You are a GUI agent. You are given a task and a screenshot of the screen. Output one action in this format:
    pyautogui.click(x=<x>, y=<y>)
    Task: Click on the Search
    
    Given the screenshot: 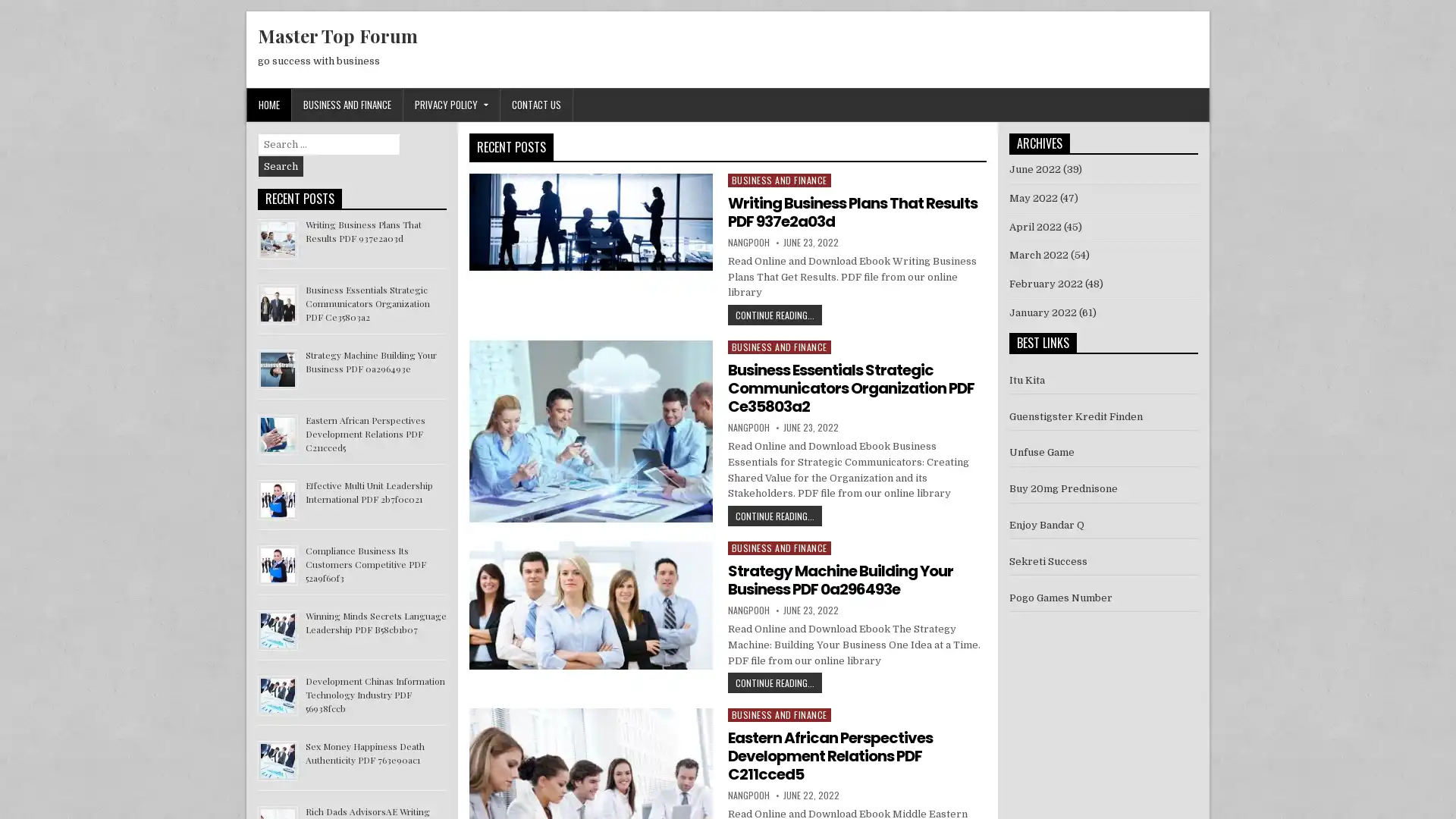 What is the action you would take?
    pyautogui.click(x=281, y=166)
    